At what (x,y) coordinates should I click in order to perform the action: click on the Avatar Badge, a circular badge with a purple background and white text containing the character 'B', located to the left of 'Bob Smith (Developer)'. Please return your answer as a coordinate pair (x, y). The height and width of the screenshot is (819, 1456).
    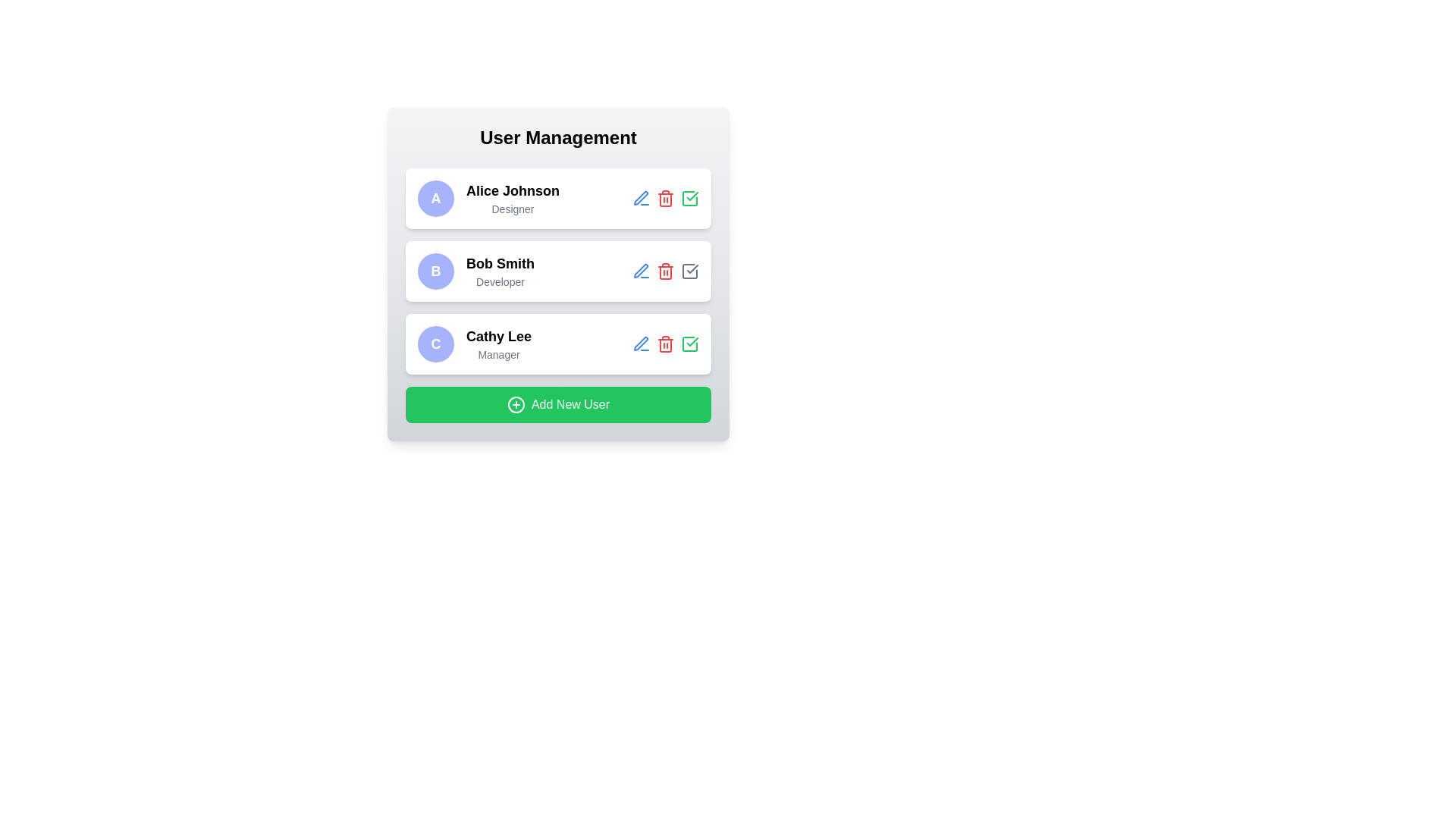
    Looking at the image, I should click on (435, 271).